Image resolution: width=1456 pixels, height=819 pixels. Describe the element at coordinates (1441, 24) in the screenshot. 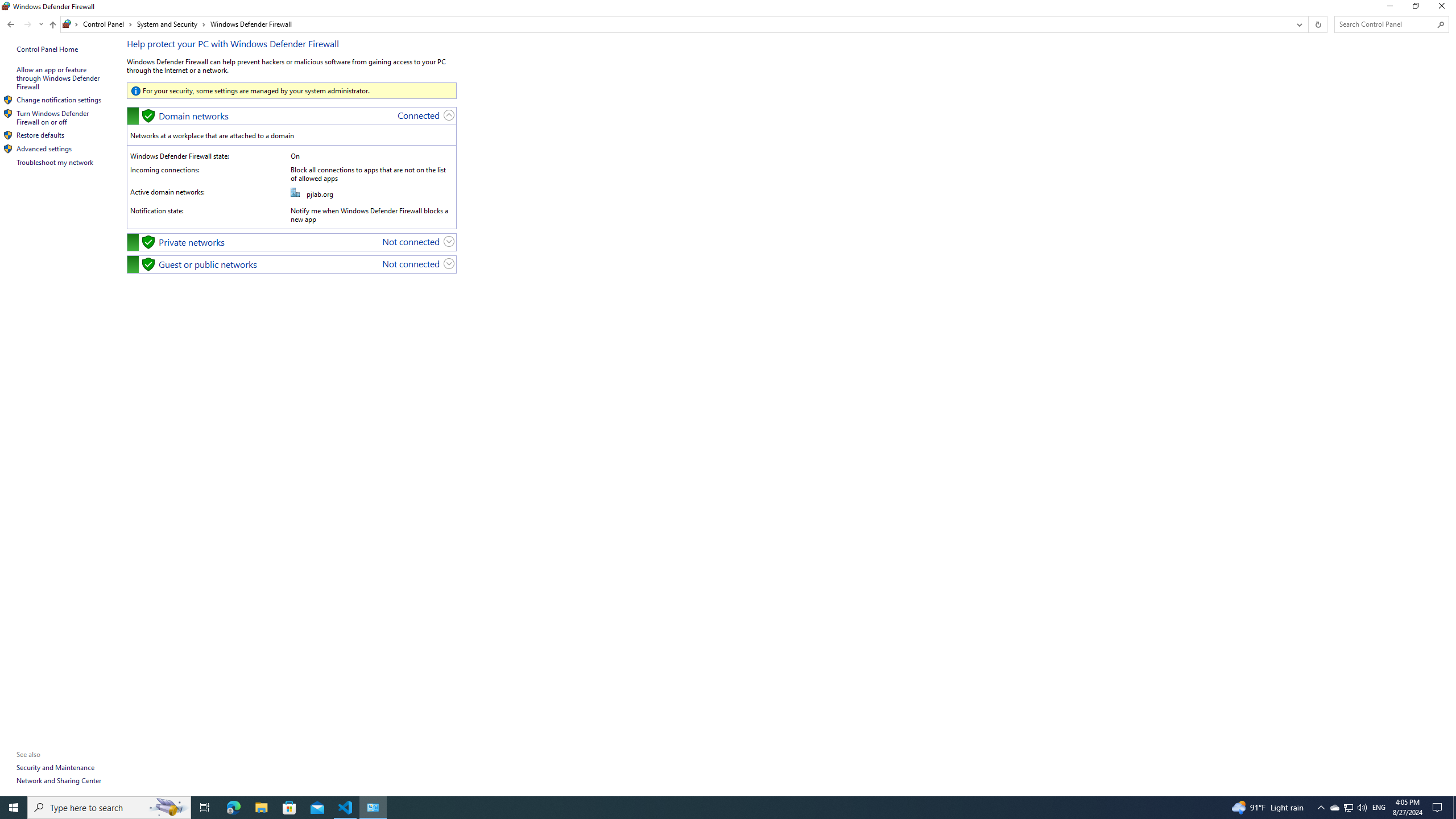

I see `'Search'` at that location.